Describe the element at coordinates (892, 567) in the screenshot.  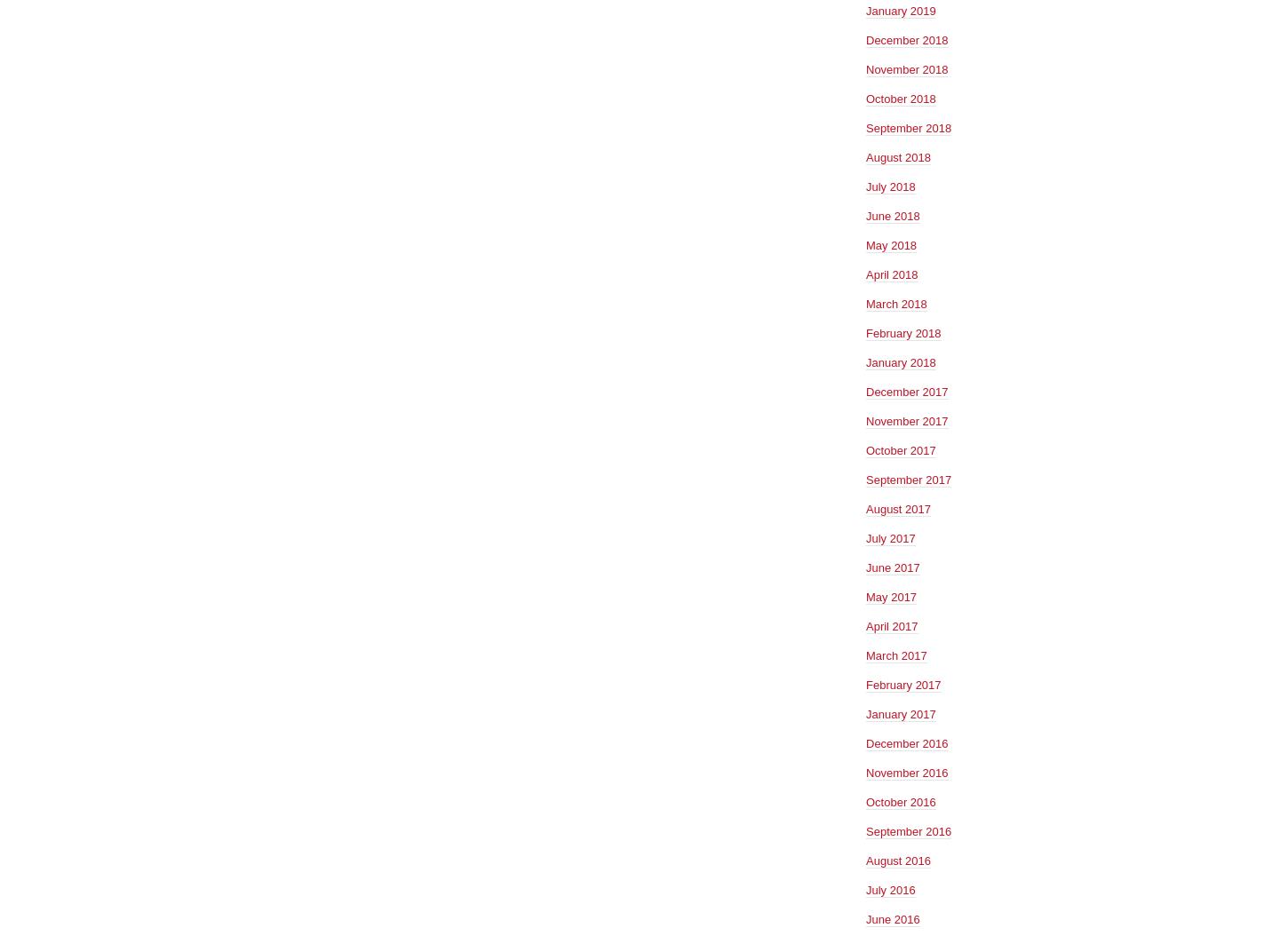
I see `'June 2017'` at that location.